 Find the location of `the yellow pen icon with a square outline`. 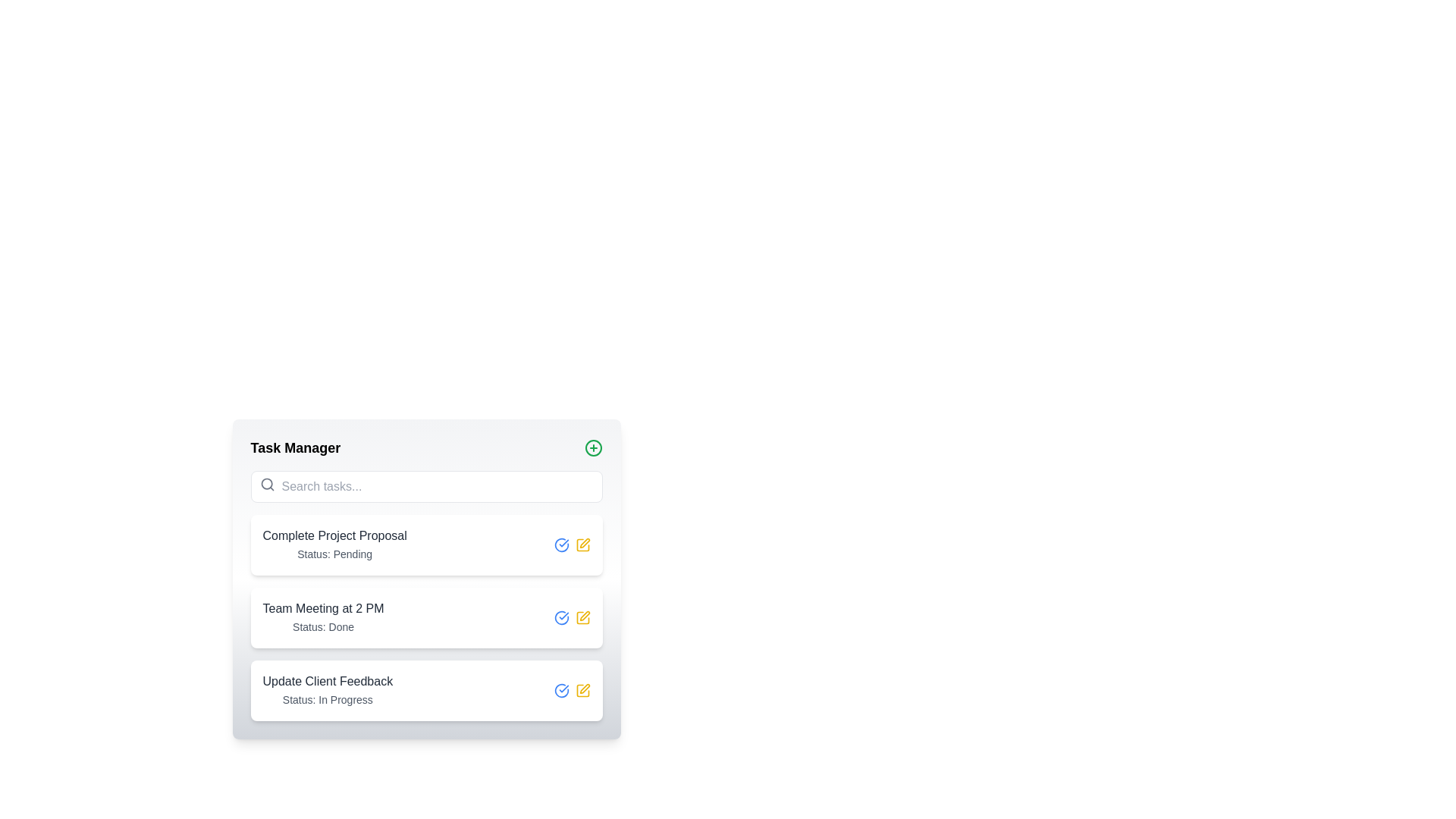

the yellow pen icon with a square outline is located at coordinates (582, 544).